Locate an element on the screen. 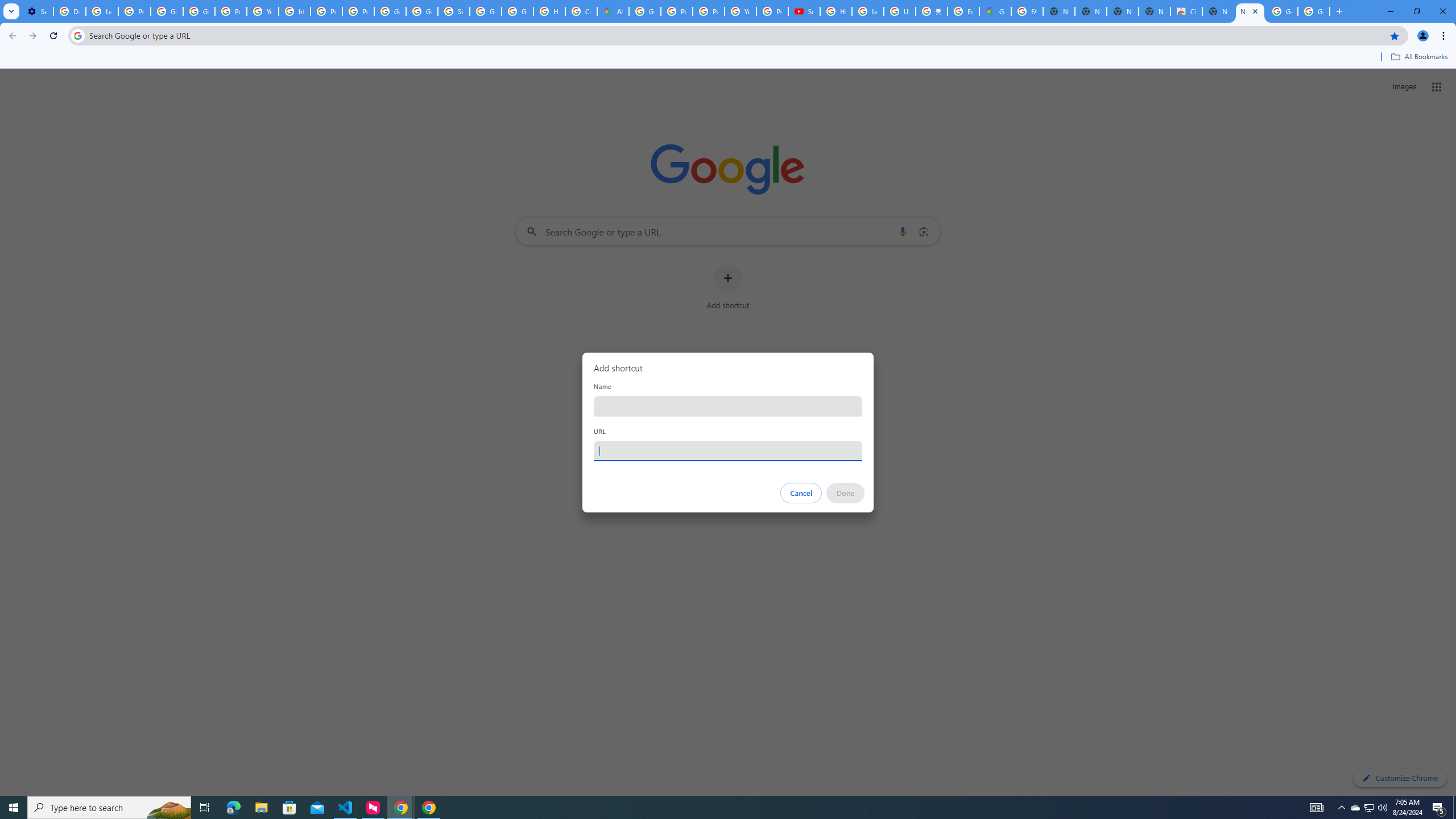 Image resolution: width=1456 pixels, height=819 pixels. 'YouTube' is located at coordinates (739, 11).